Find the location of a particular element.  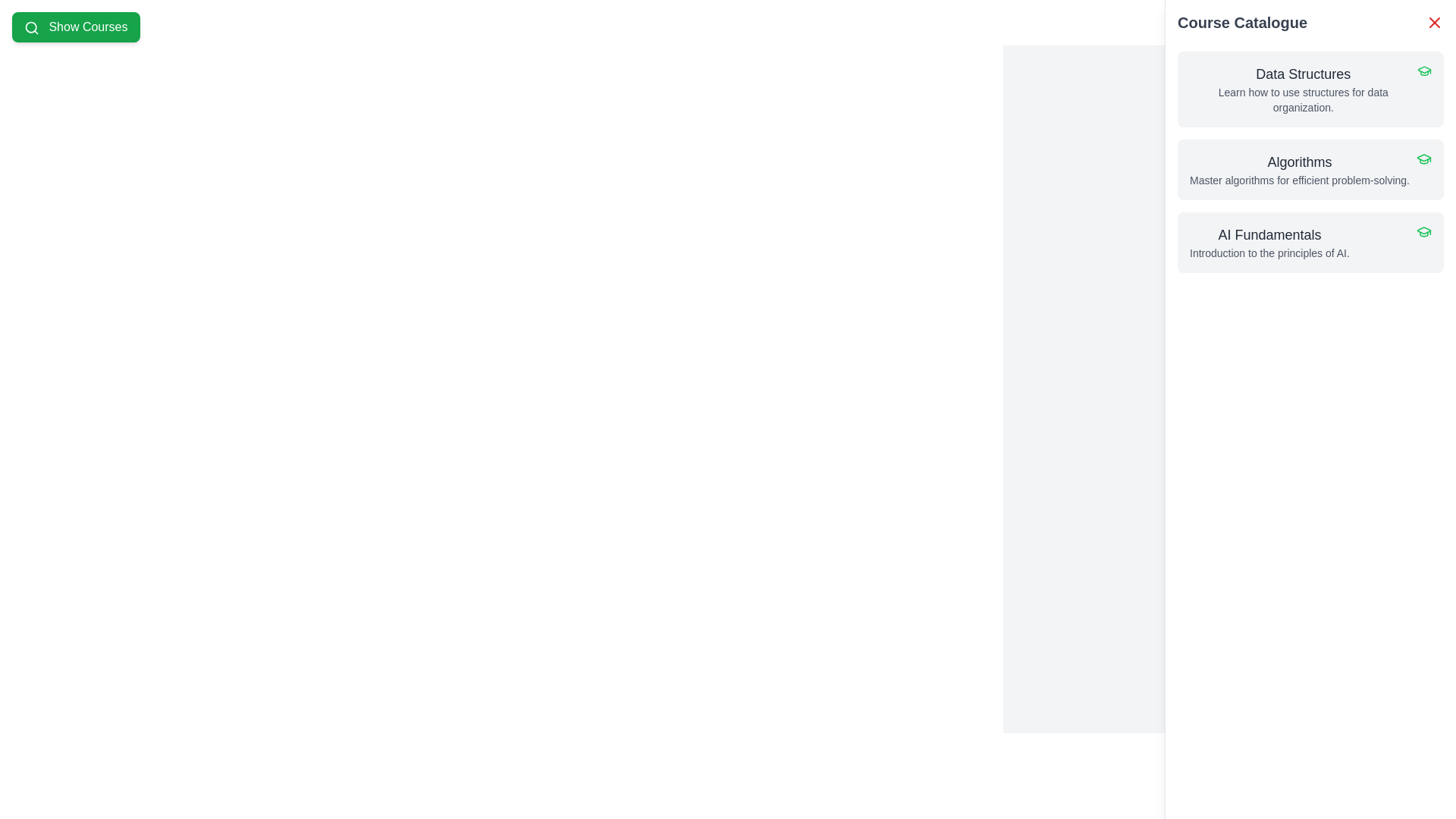

the green rectangular button labeled 'Show Courses' with a magnifying glass icon is located at coordinates (75, 27).